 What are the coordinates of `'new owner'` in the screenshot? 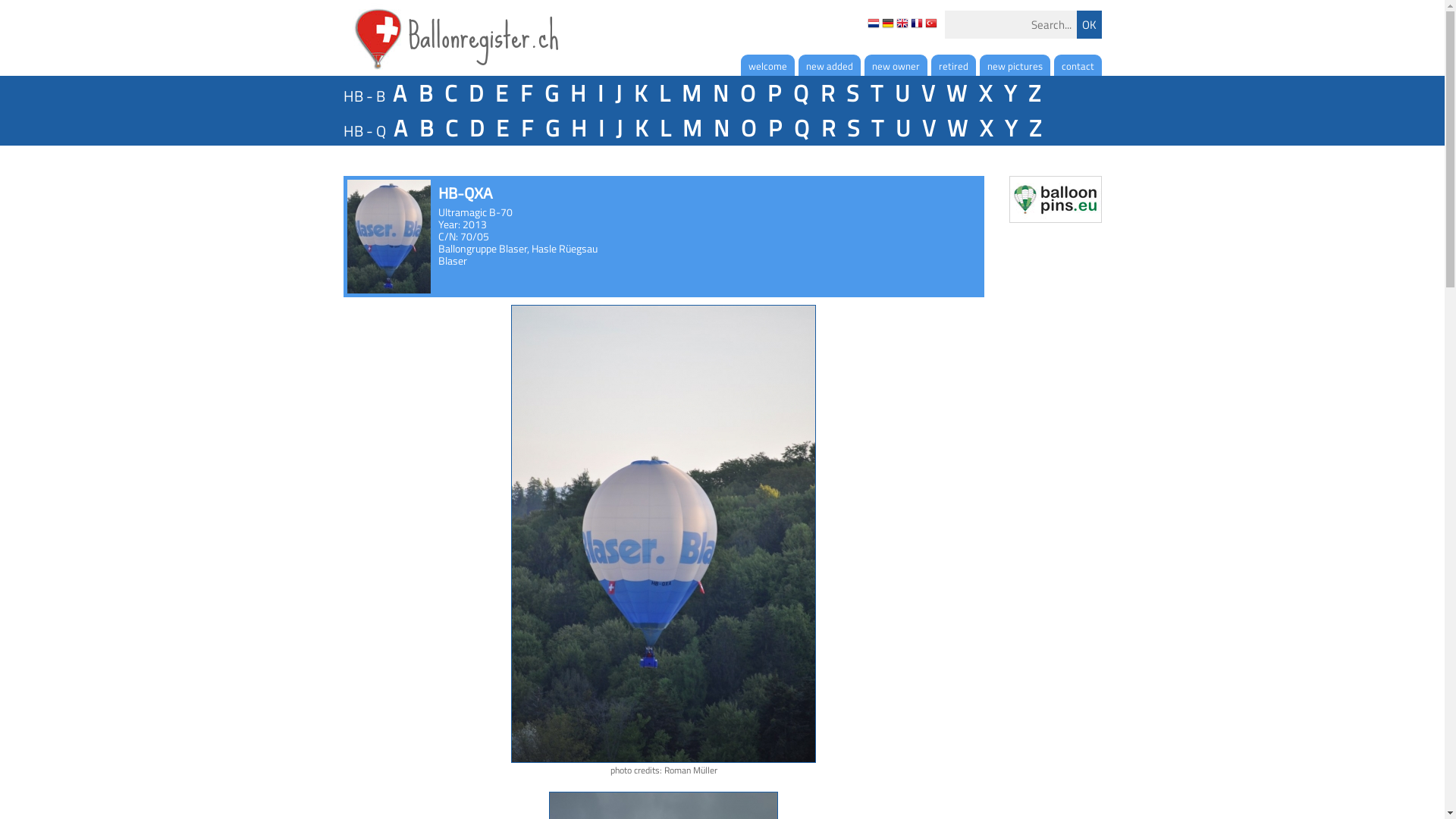 It's located at (896, 64).